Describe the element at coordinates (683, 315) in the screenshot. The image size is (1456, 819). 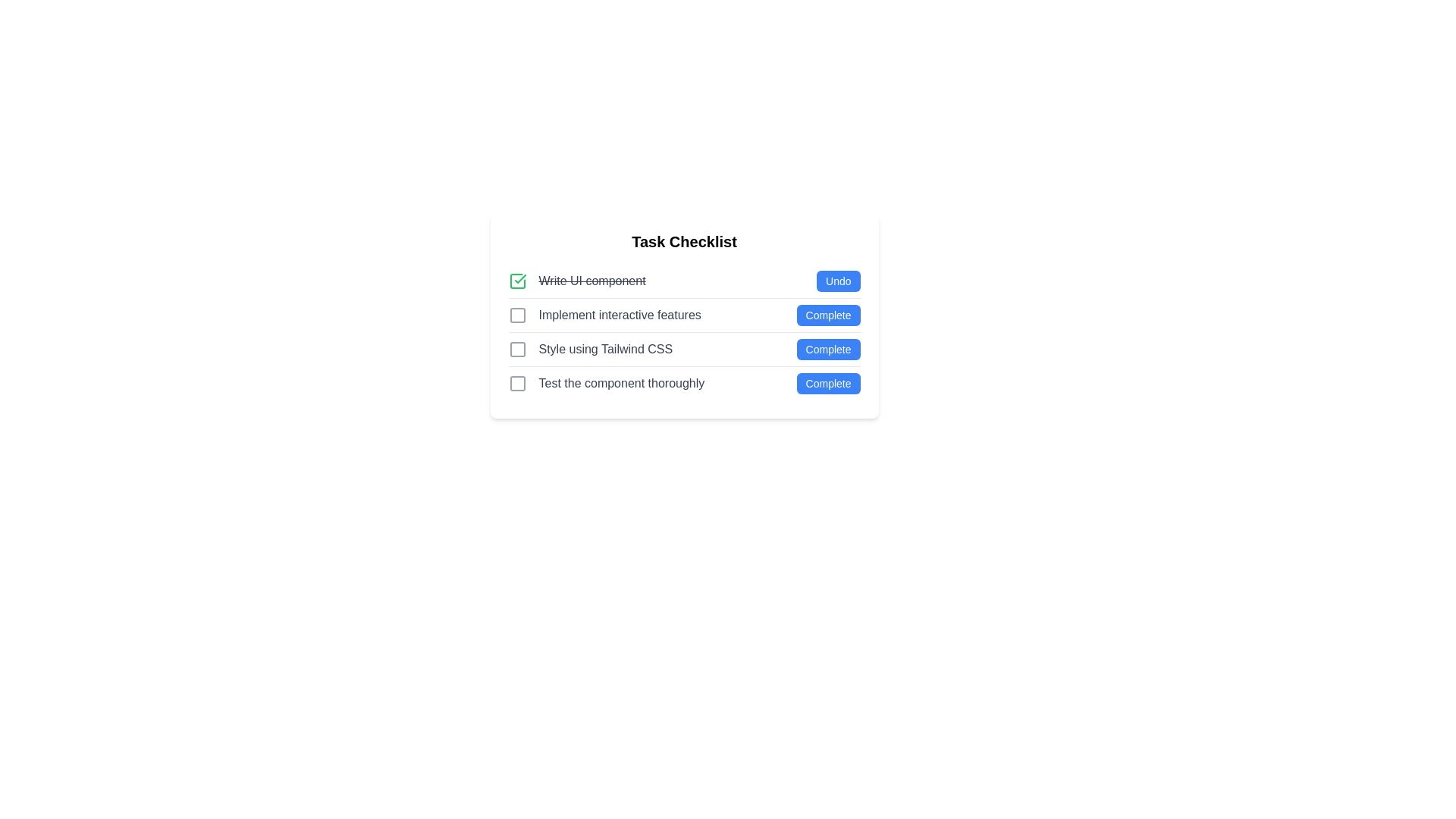
I see `the Checklist task item labeled 'Implement interactive features' which contains the button 'Complete'` at that location.